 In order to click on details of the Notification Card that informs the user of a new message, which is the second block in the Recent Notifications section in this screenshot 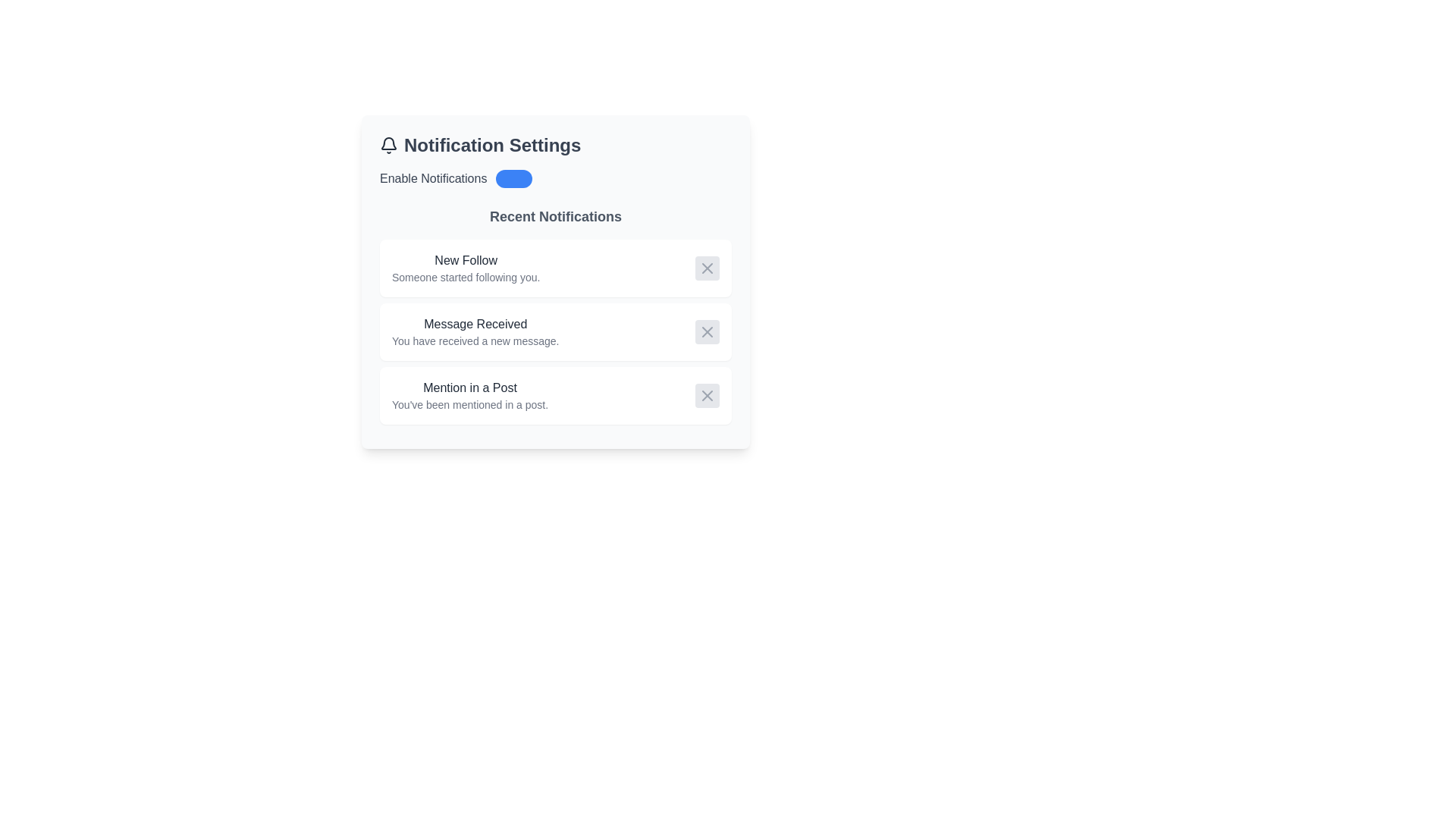, I will do `click(555, 331)`.